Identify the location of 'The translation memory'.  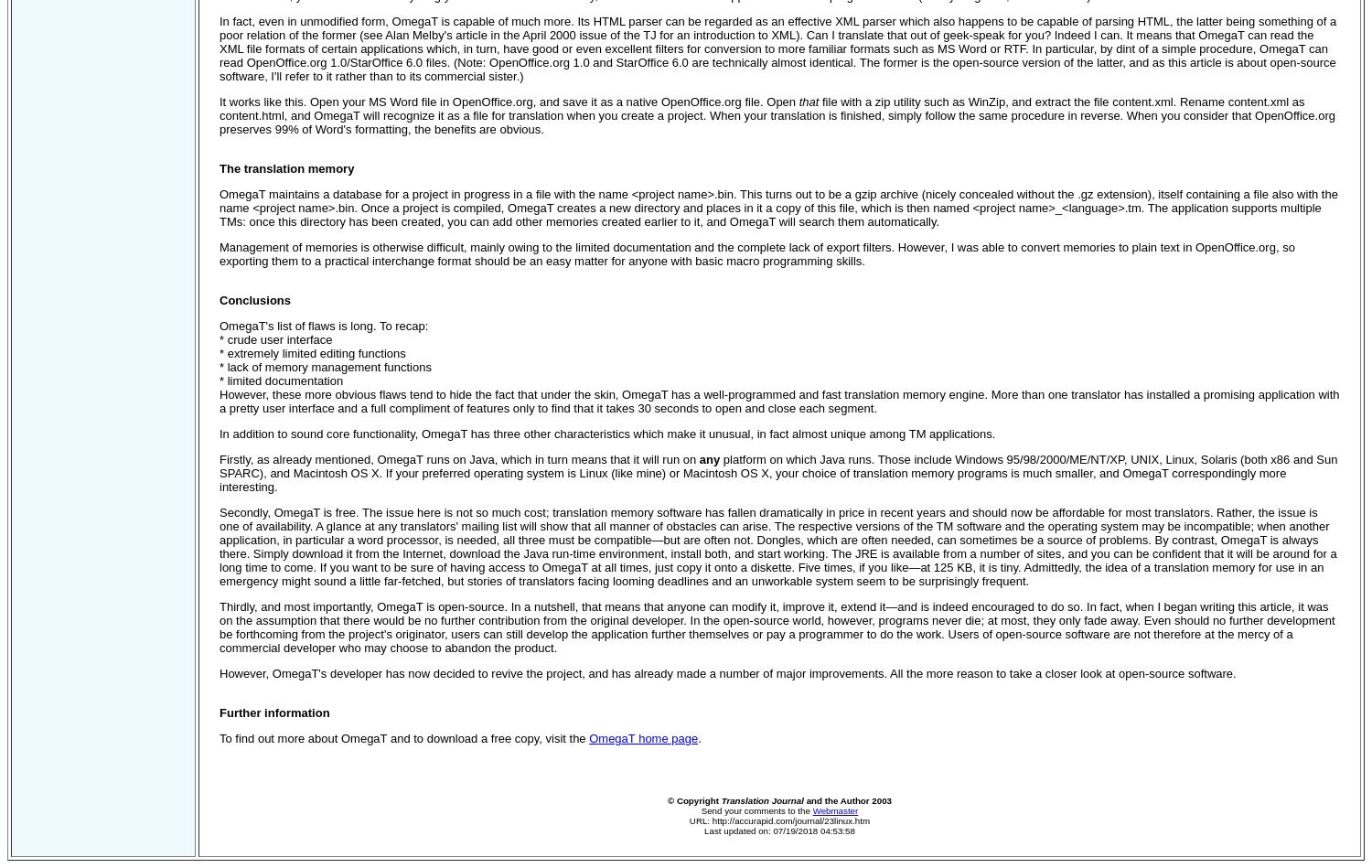
(285, 167).